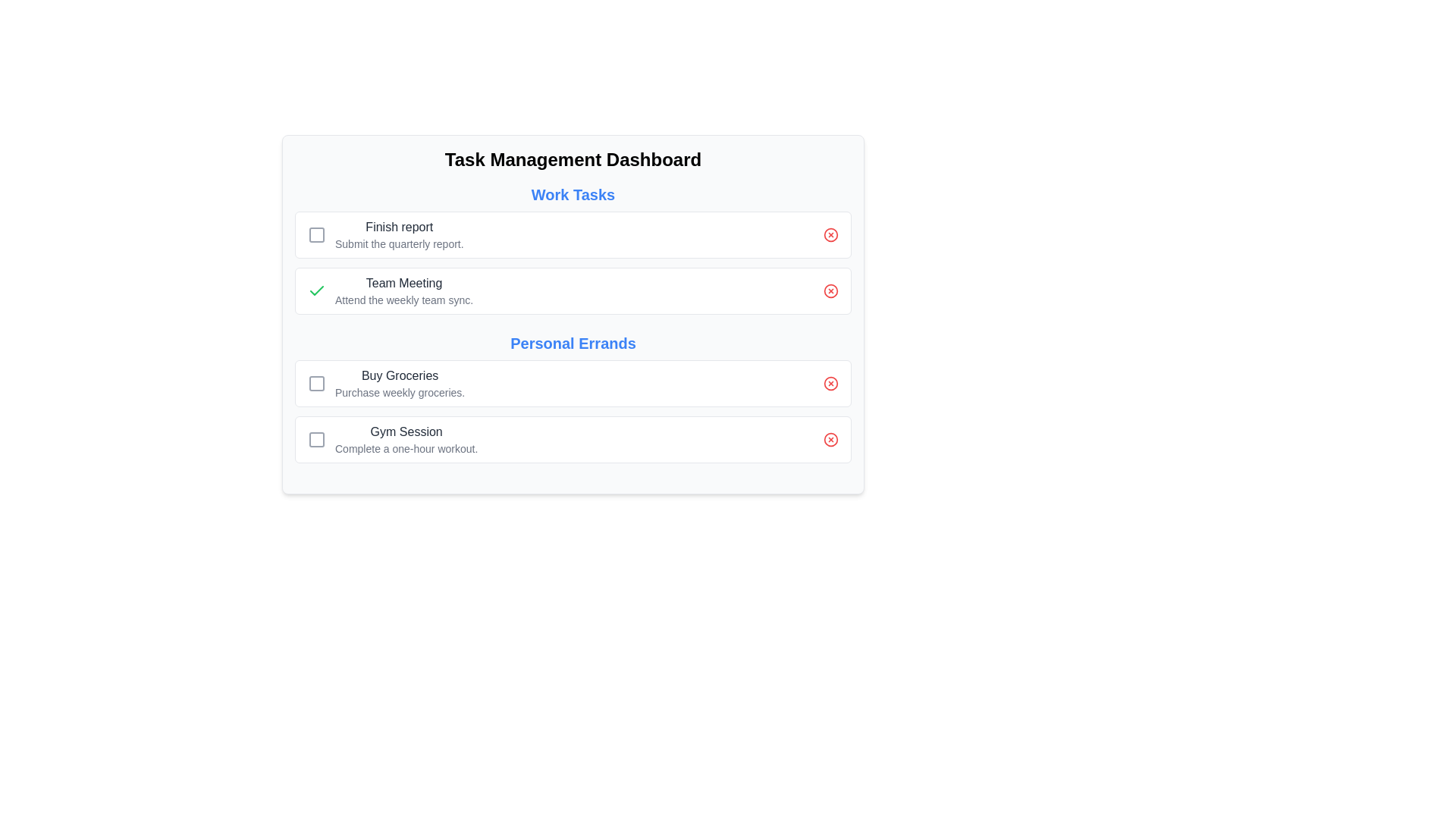 This screenshot has width=1456, height=819. What do you see at coordinates (400, 391) in the screenshot?
I see `the static text element that reads 'Purchase weekly groceries.', which is located below the header 'Buy Groceries' in the 'Personal Errands' section` at bounding box center [400, 391].